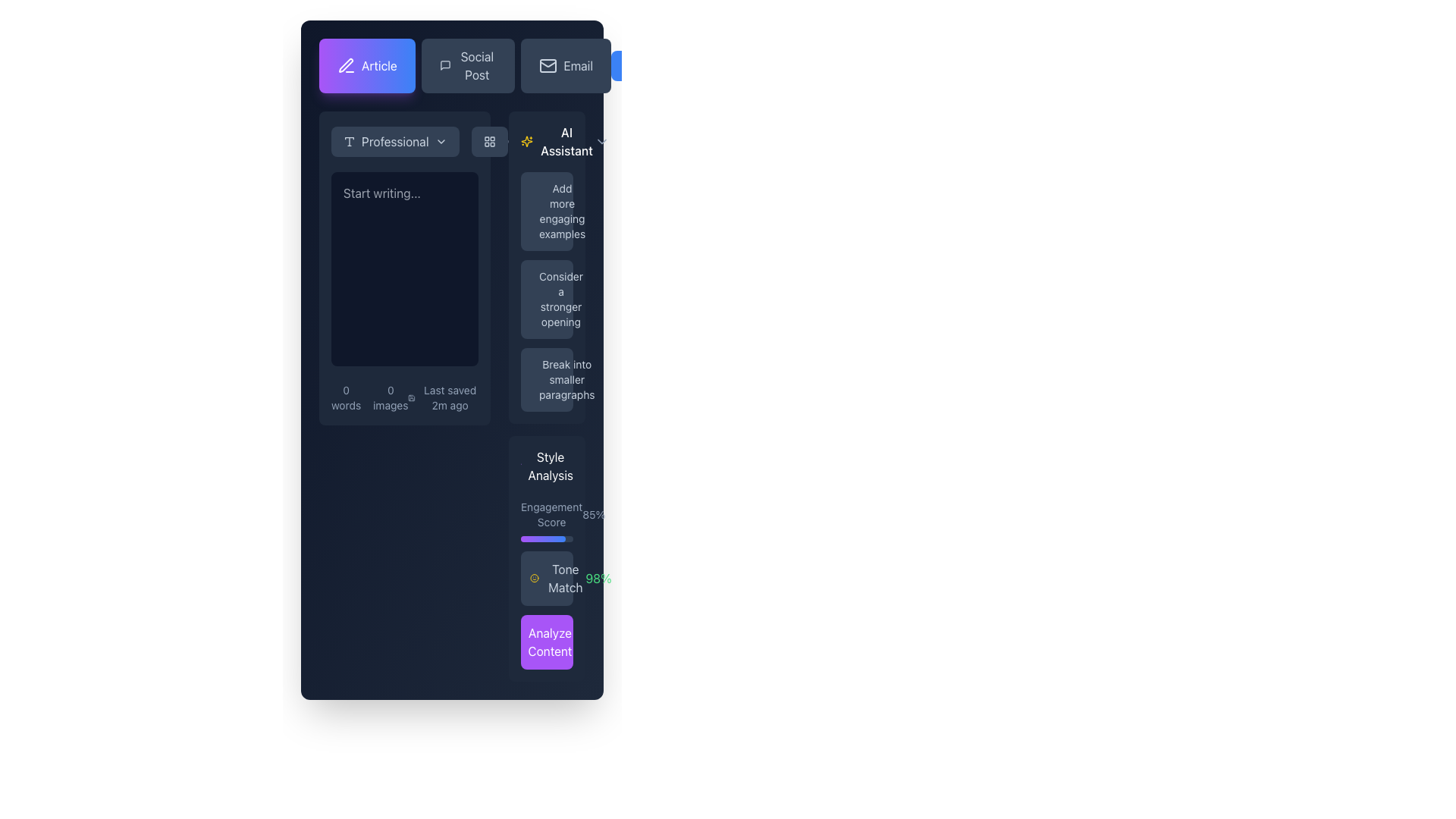 Image resolution: width=1456 pixels, height=819 pixels. Describe the element at coordinates (489, 141) in the screenshot. I see `the button located immediately to the right of the 'Professional' dropdown menu` at that location.